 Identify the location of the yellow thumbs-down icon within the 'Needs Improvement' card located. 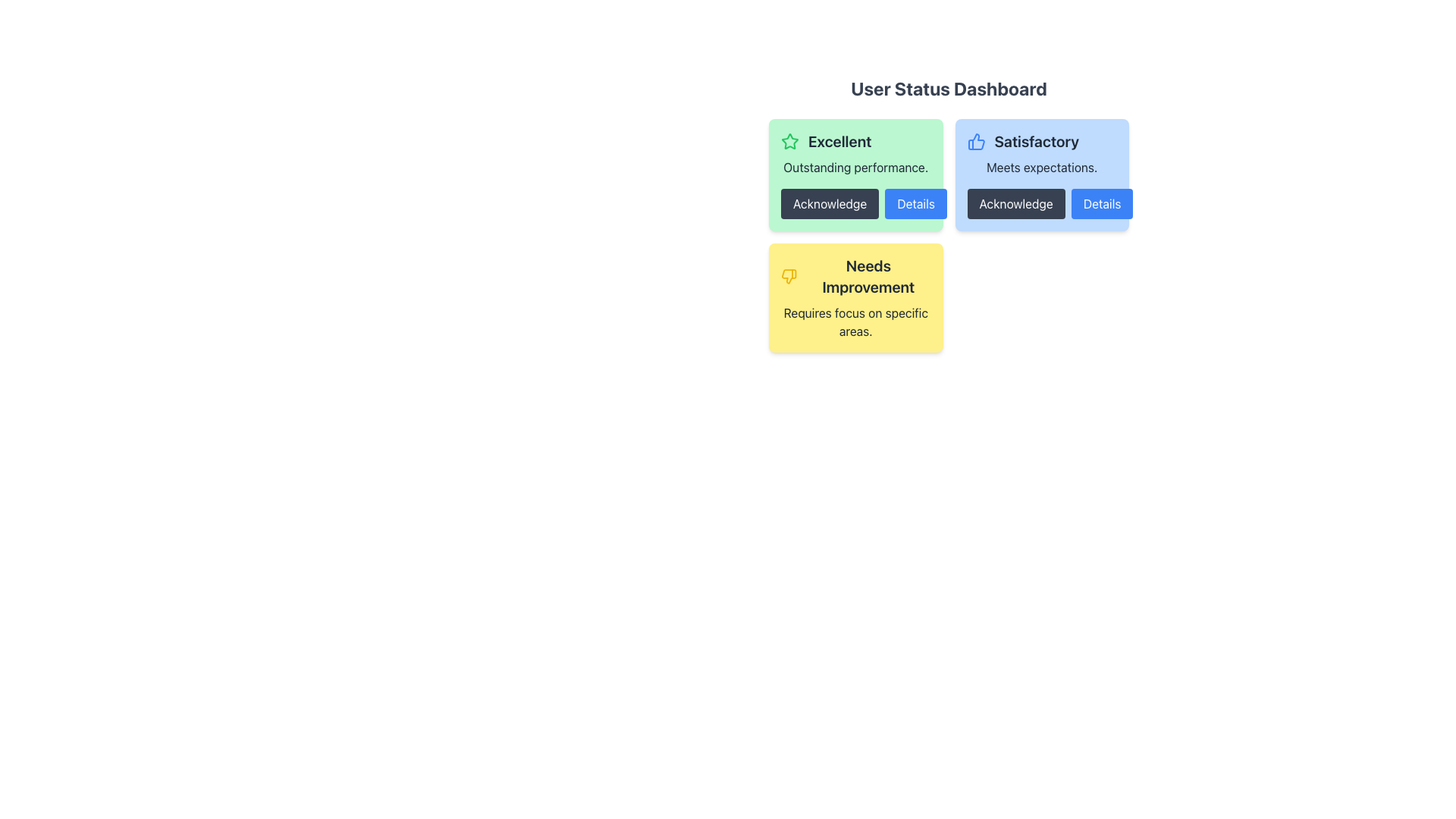
(789, 277).